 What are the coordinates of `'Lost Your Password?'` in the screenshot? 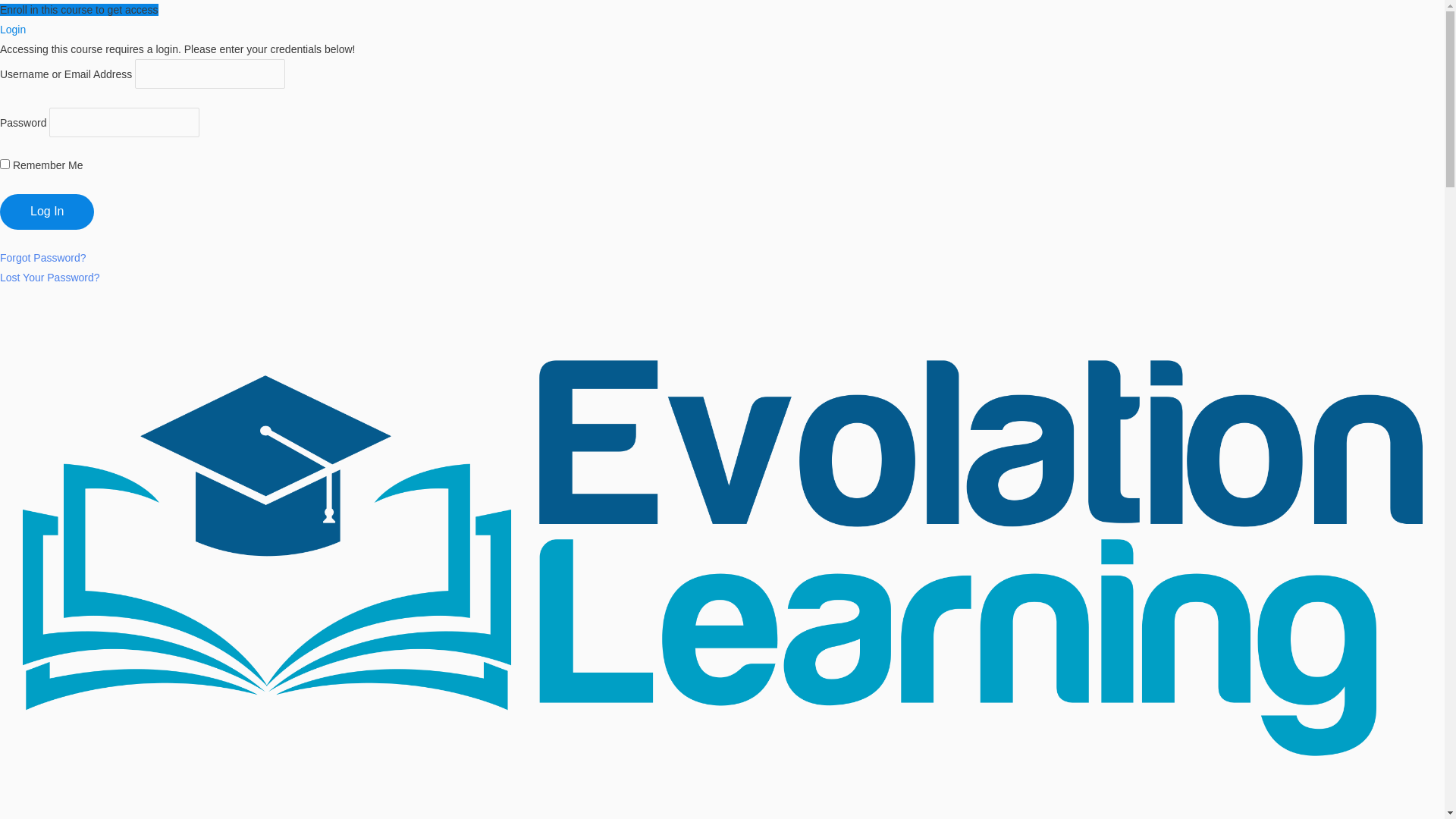 It's located at (50, 278).